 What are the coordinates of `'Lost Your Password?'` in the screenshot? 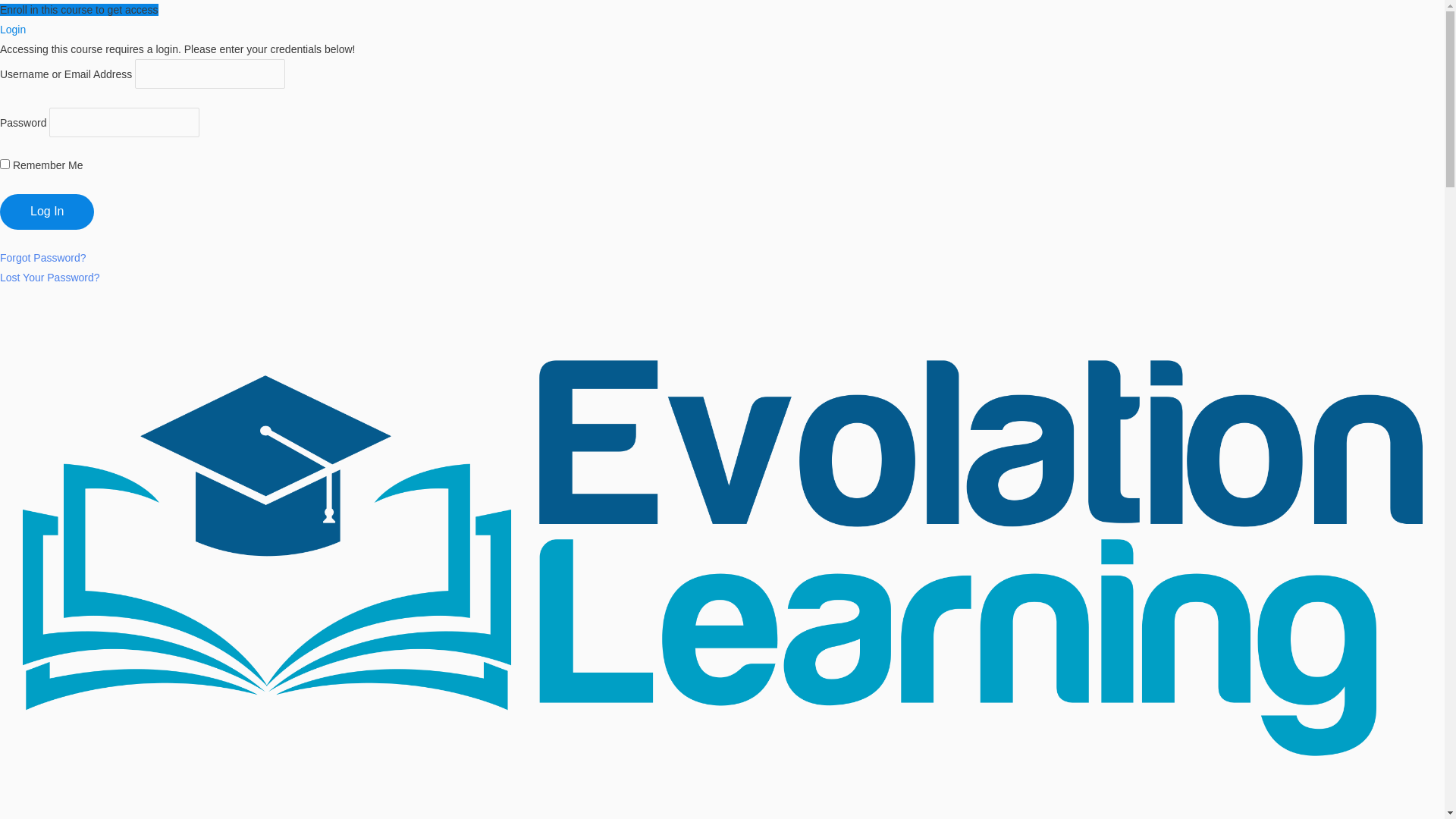 It's located at (50, 278).